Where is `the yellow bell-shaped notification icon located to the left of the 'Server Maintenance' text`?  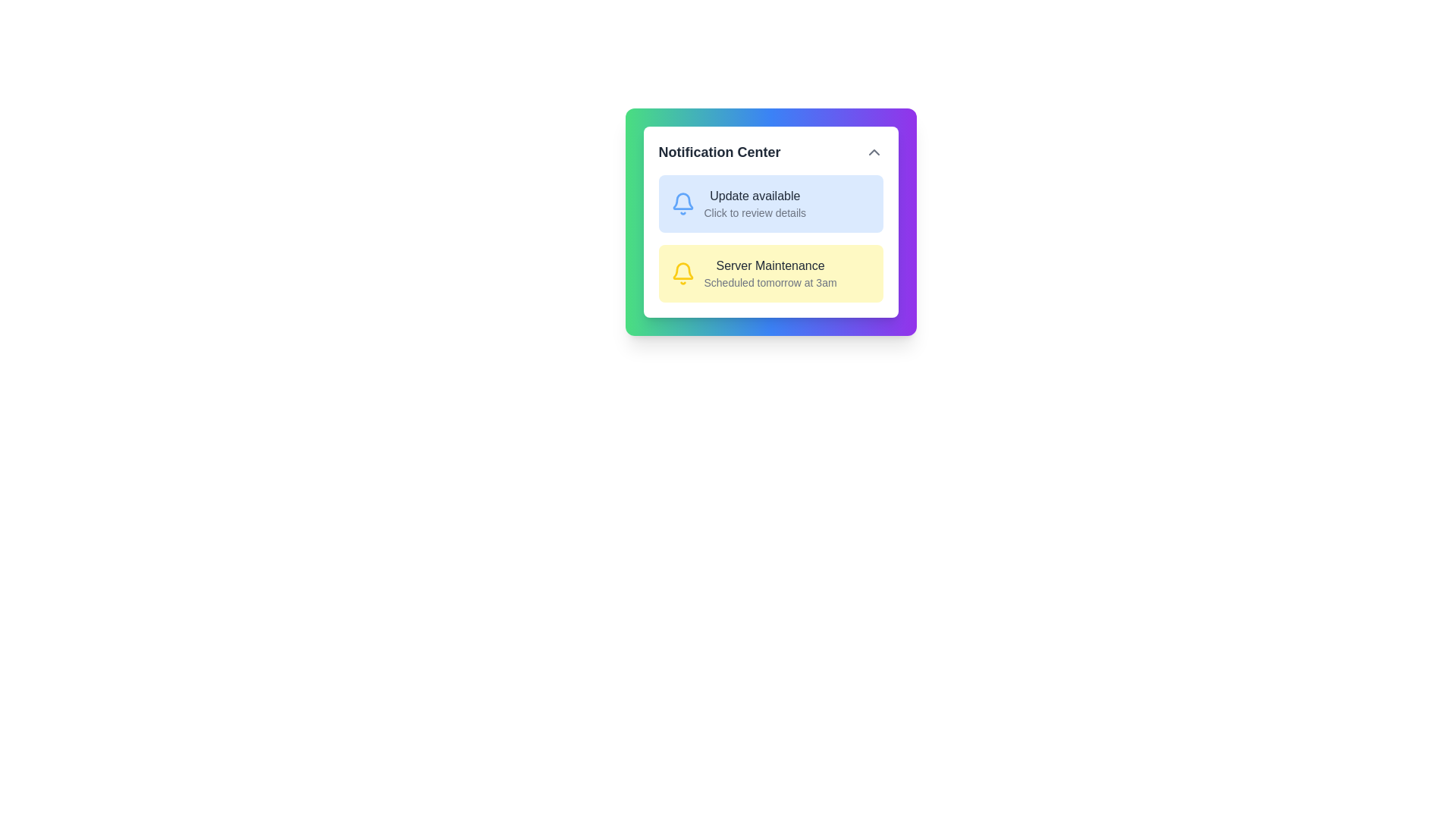
the yellow bell-shaped notification icon located to the left of the 'Server Maintenance' text is located at coordinates (682, 270).